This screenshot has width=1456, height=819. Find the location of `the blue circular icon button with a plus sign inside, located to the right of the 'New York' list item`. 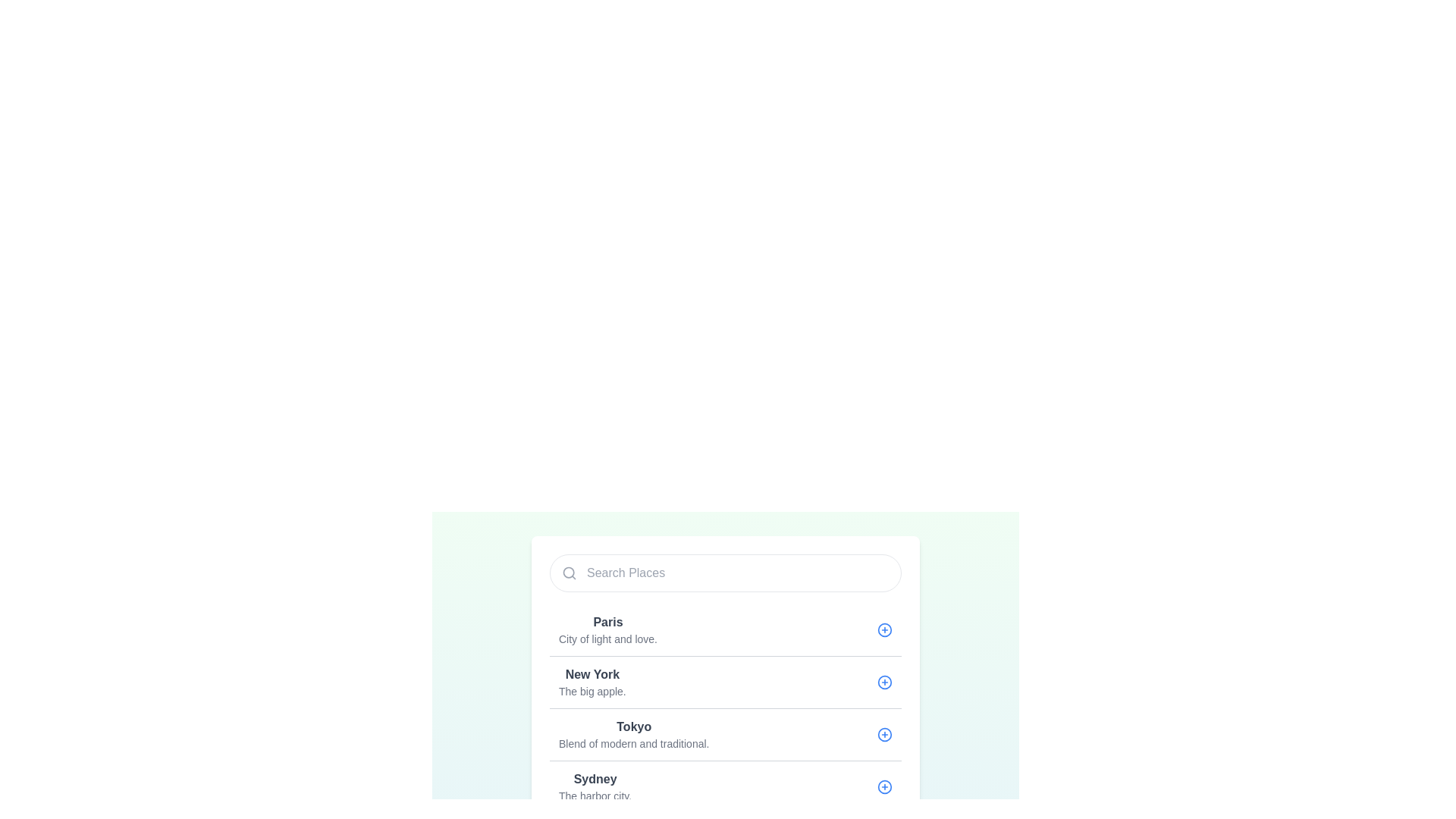

the blue circular icon button with a plus sign inside, located to the right of the 'New York' list item is located at coordinates (884, 681).